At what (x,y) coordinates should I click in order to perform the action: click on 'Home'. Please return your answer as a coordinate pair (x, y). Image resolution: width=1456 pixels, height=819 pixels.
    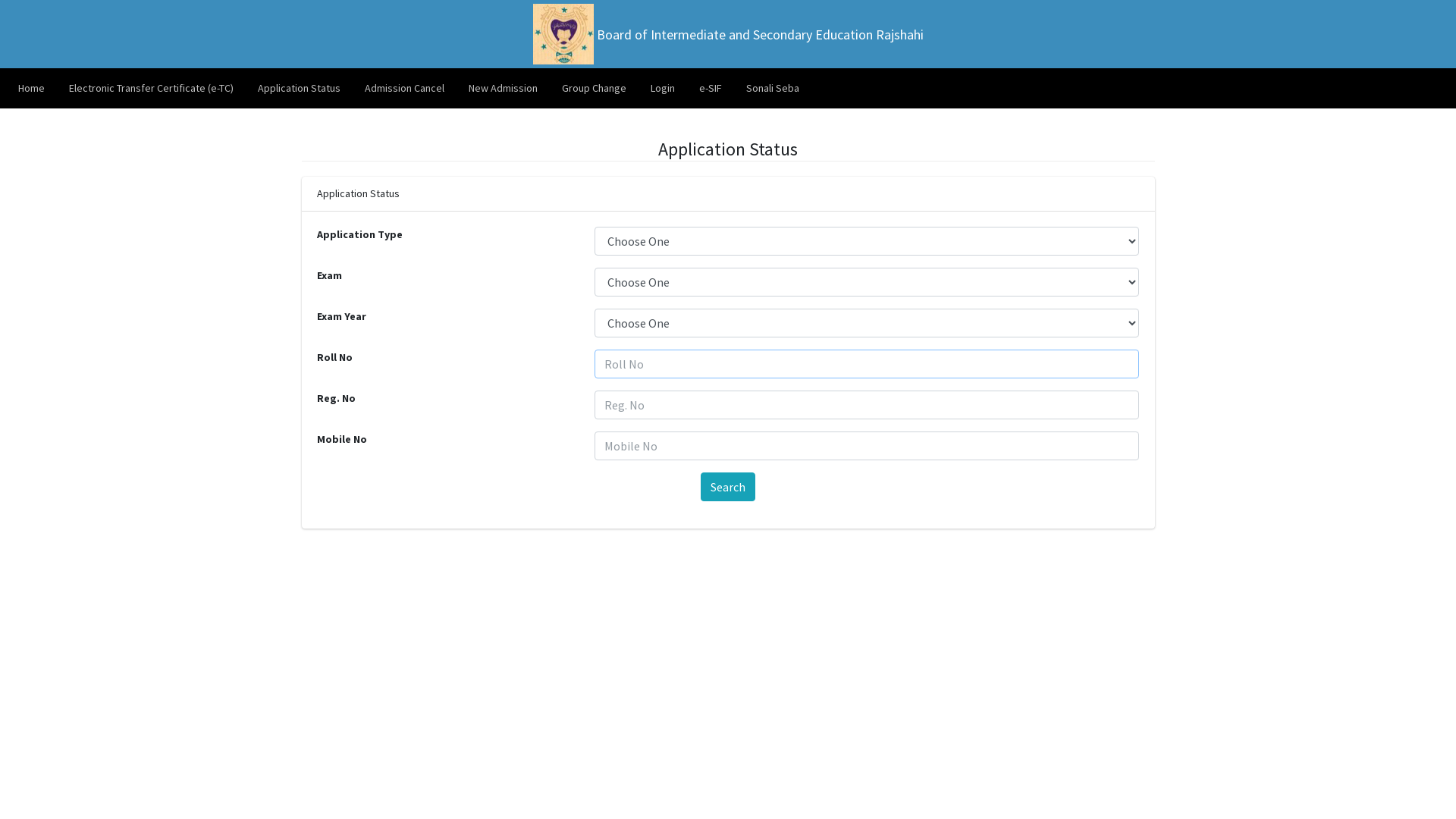
    Looking at the image, I should click on (31, 88).